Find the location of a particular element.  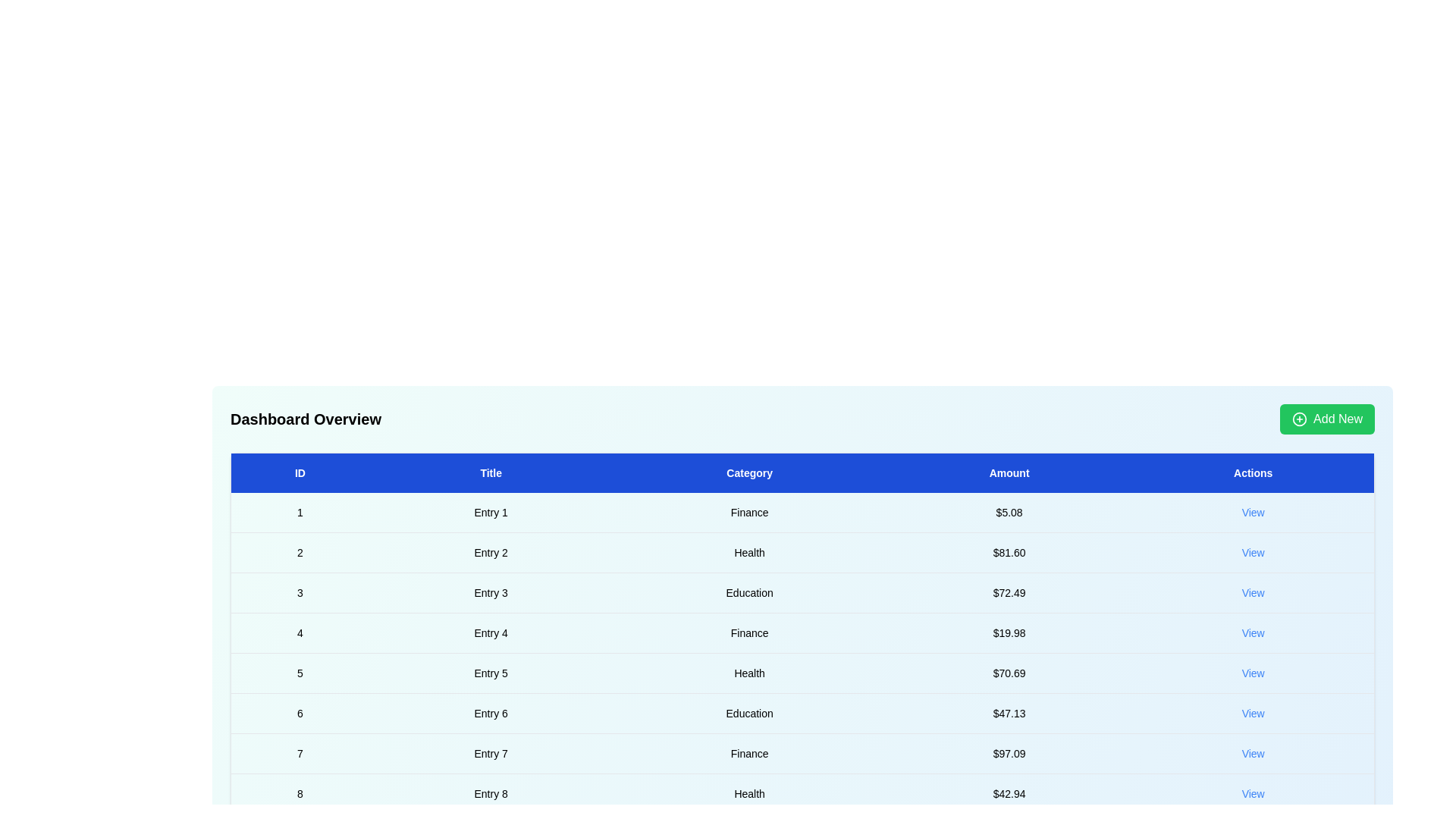

the header Amount to sort the table is located at coordinates (1009, 472).